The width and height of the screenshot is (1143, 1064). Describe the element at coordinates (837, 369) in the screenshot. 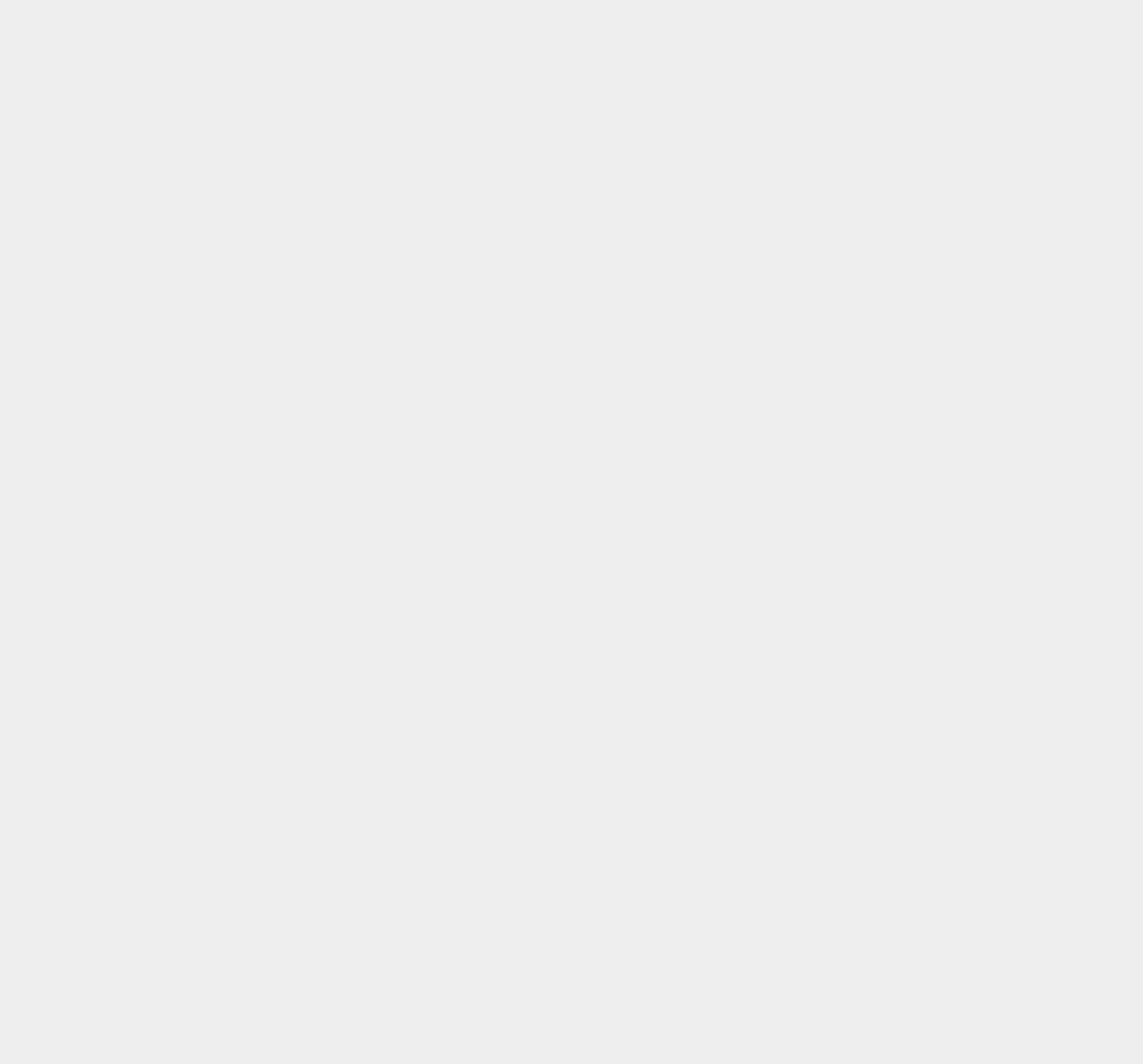

I see `'Vodafone'` at that location.